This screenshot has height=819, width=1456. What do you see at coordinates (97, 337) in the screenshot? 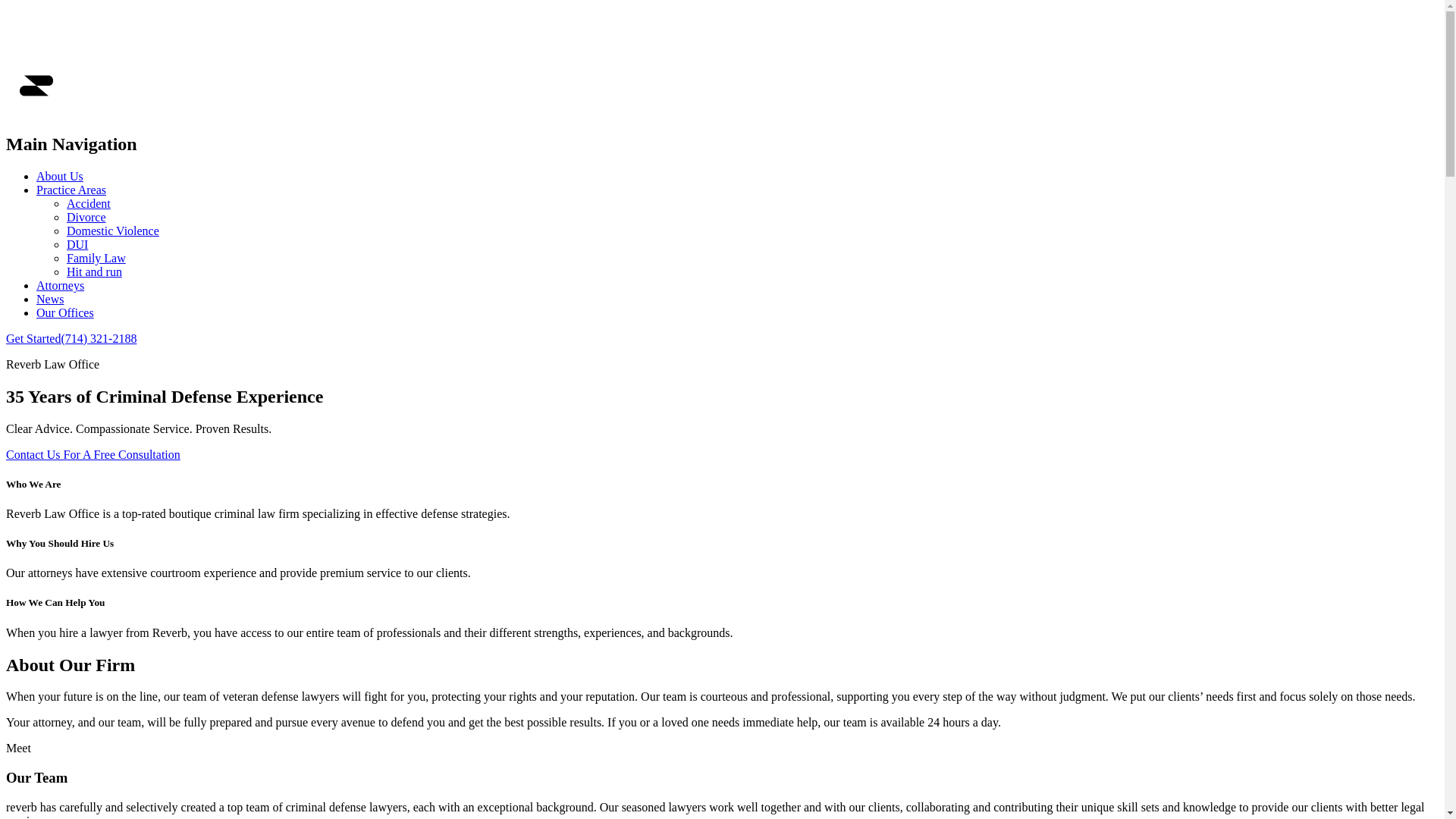
I see `'(714) 321-2188'` at bounding box center [97, 337].